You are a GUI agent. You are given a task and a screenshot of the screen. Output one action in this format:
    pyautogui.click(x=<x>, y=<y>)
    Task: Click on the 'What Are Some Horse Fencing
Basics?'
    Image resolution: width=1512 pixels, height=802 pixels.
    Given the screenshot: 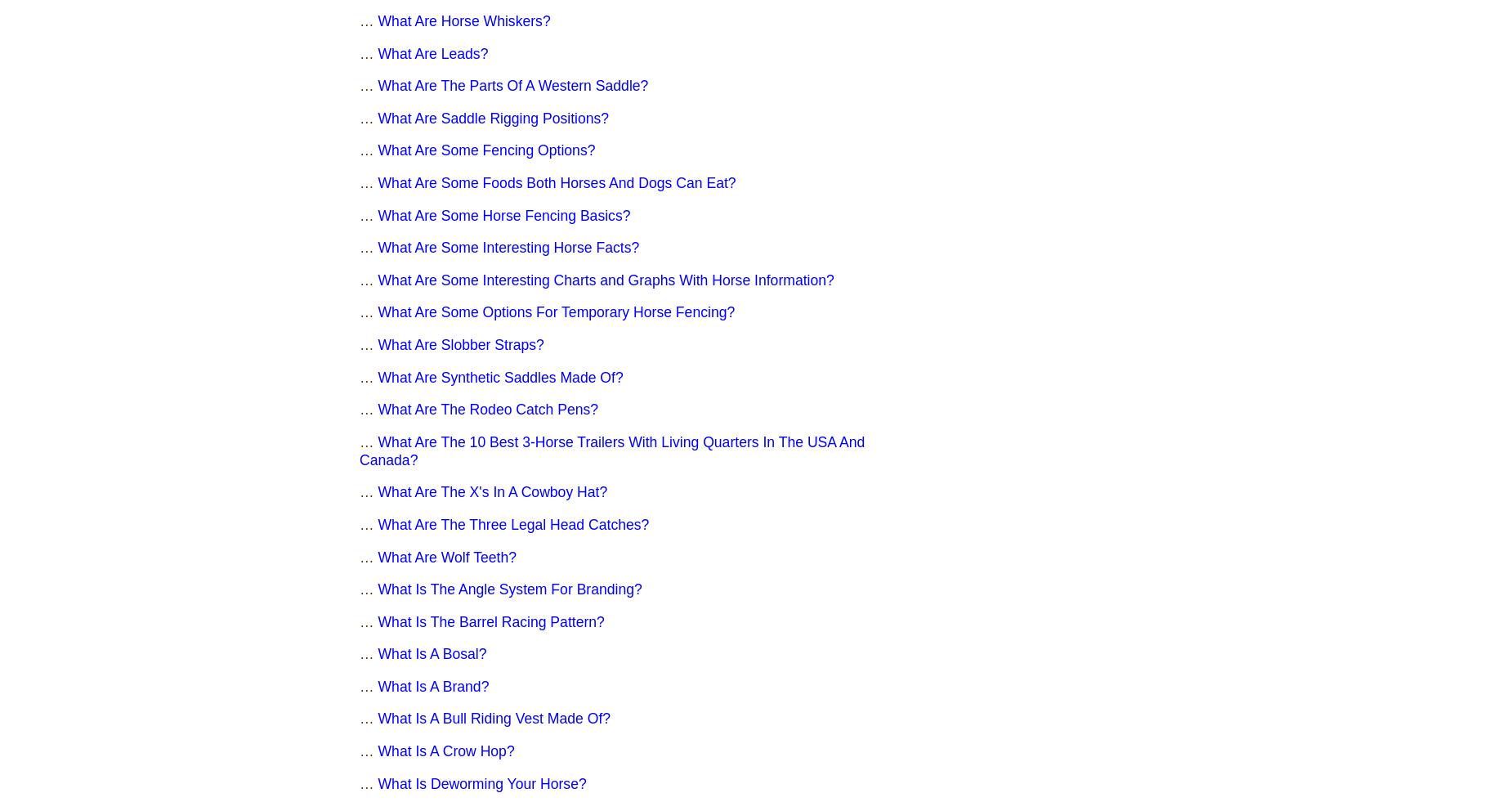 What is the action you would take?
    pyautogui.click(x=503, y=214)
    